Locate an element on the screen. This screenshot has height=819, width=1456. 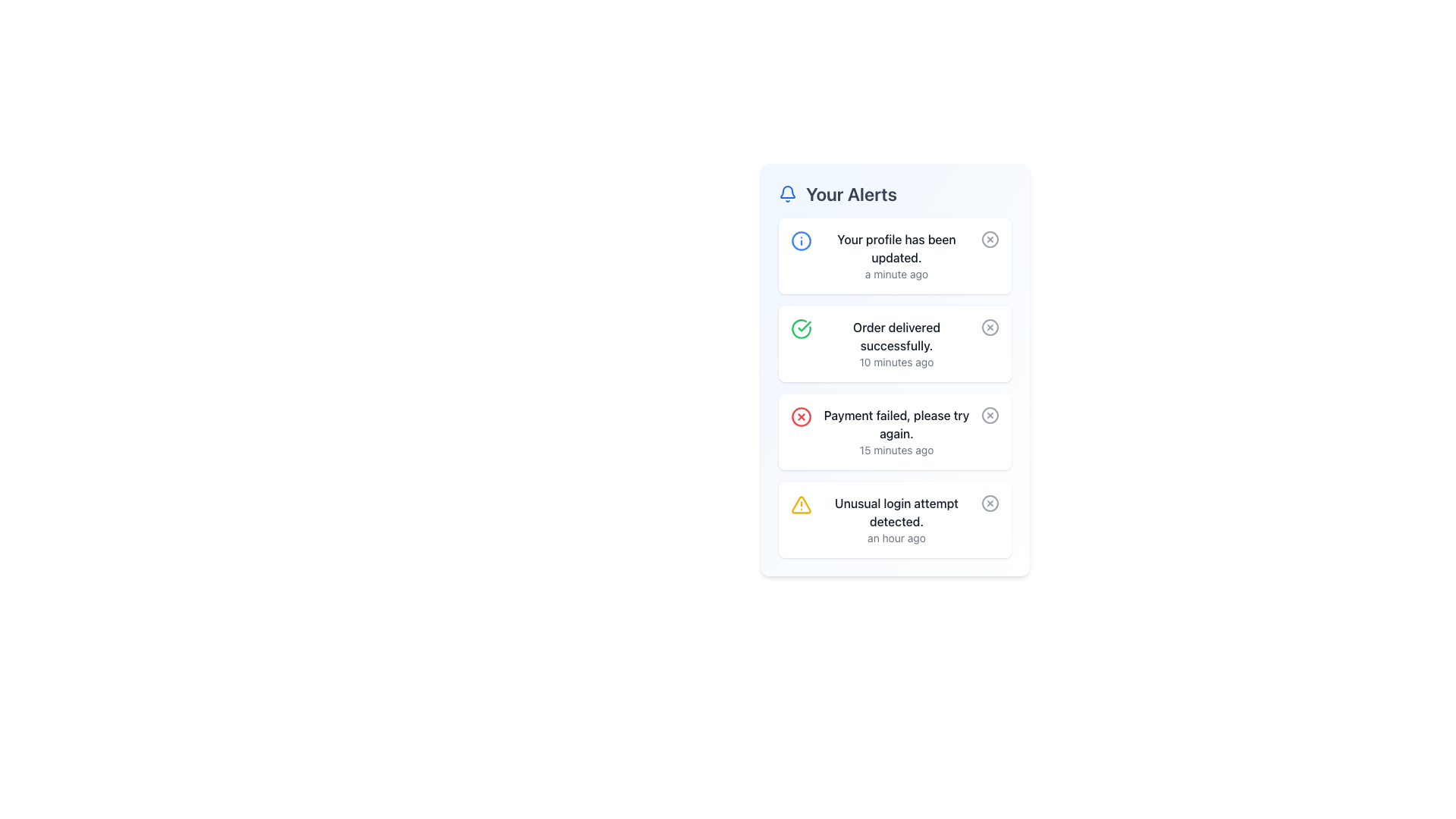
notification detail from the Text Block element that indicates 'Order delivered successfully.' and '10 minutes ago' is located at coordinates (896, 344).